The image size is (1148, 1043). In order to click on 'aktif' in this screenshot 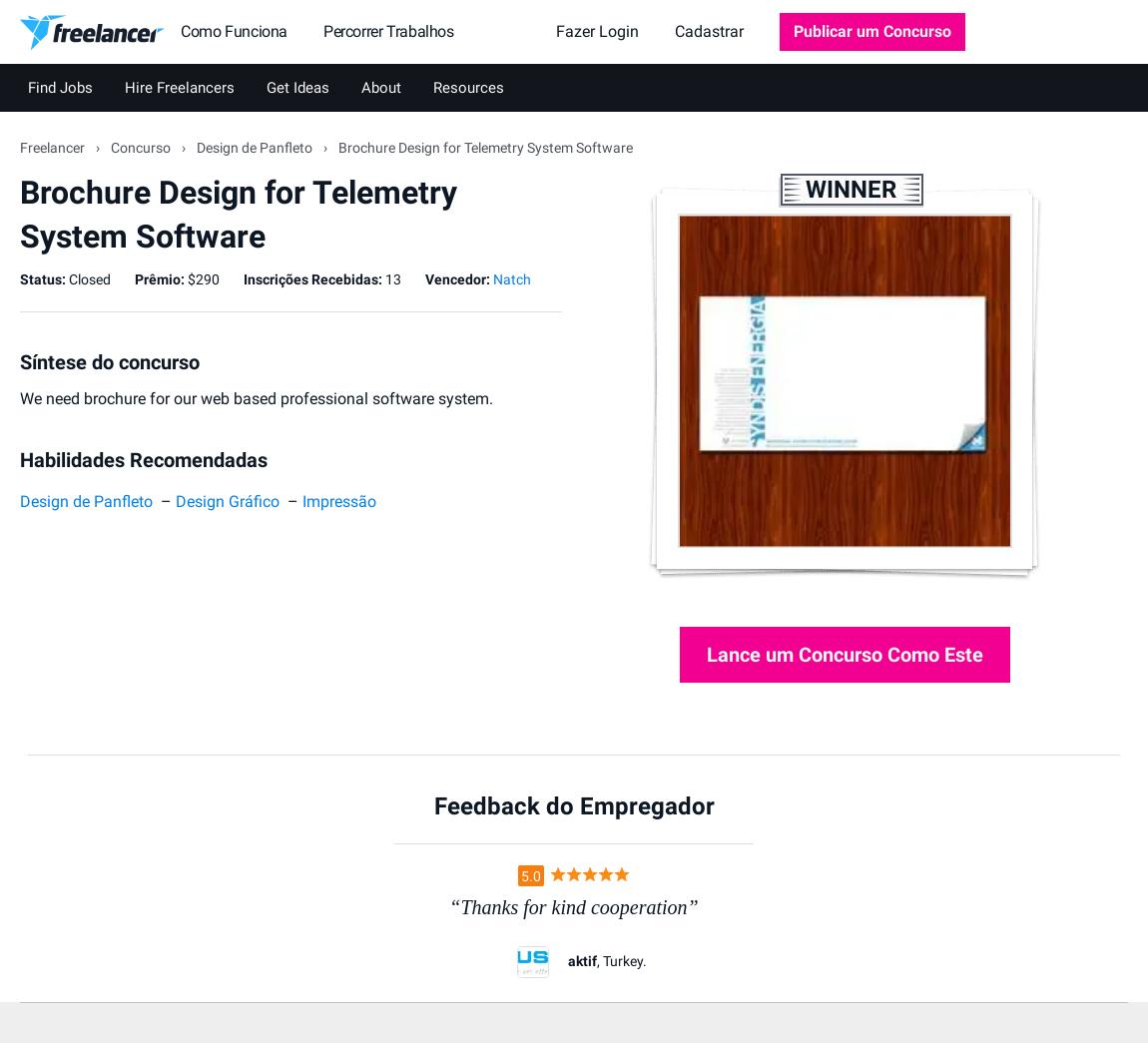, I will do `click(581, 959)`.